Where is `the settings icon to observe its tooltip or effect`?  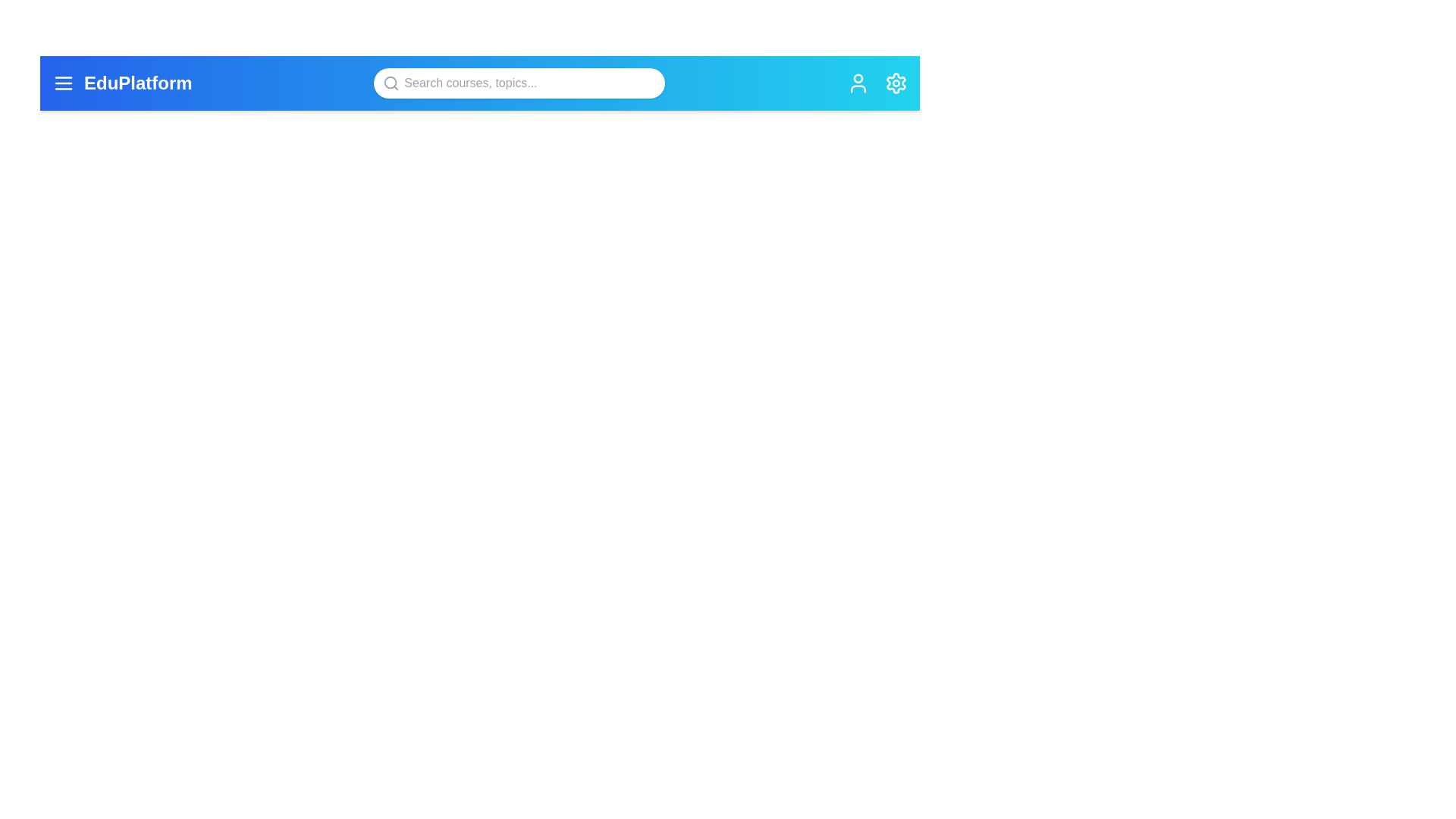
the settings icon to observe its tooltip or effect is located at coordinates (896, 83).